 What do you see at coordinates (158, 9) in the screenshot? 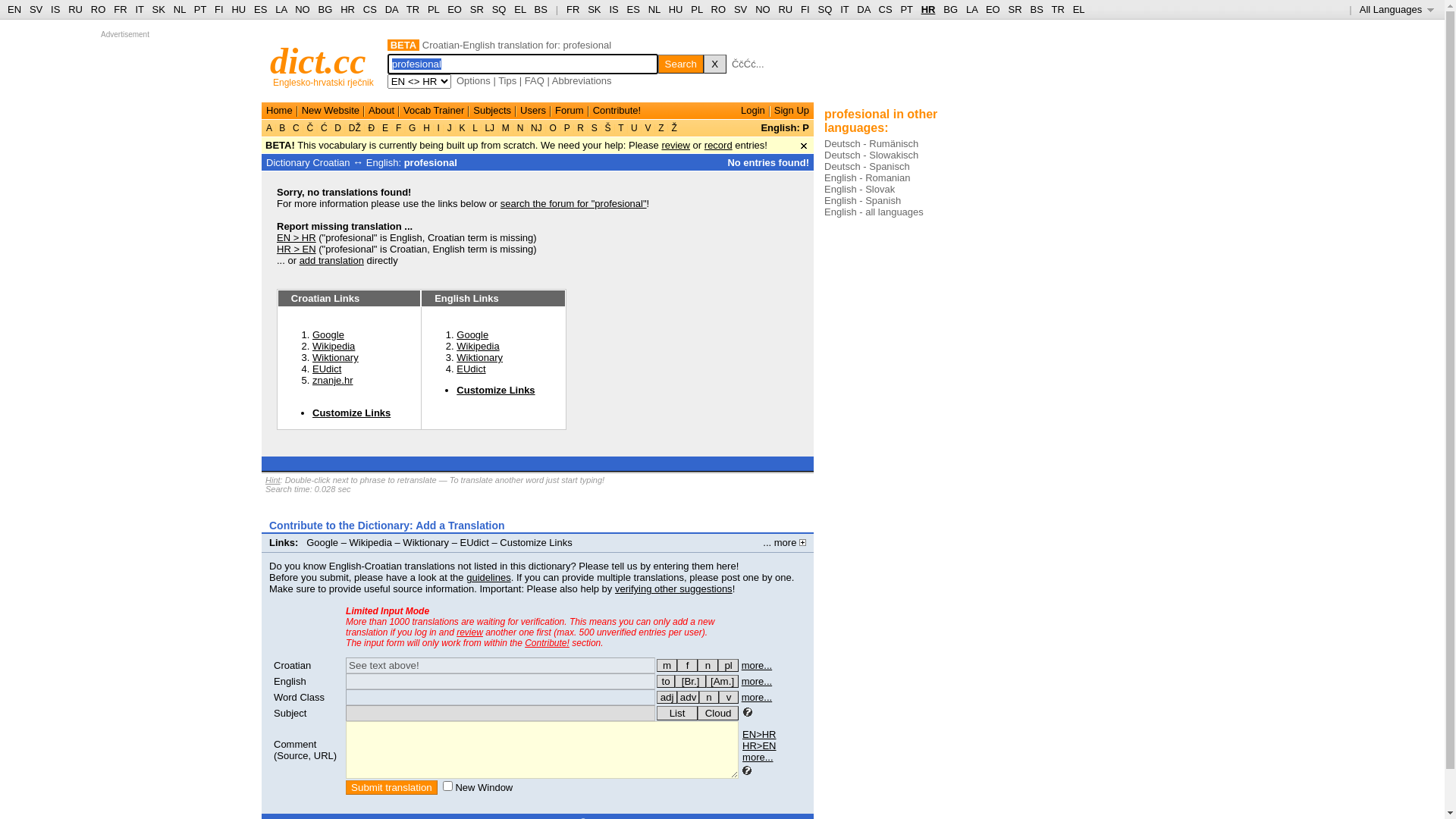
I see `'SK'` at bounding box center [158, 9].